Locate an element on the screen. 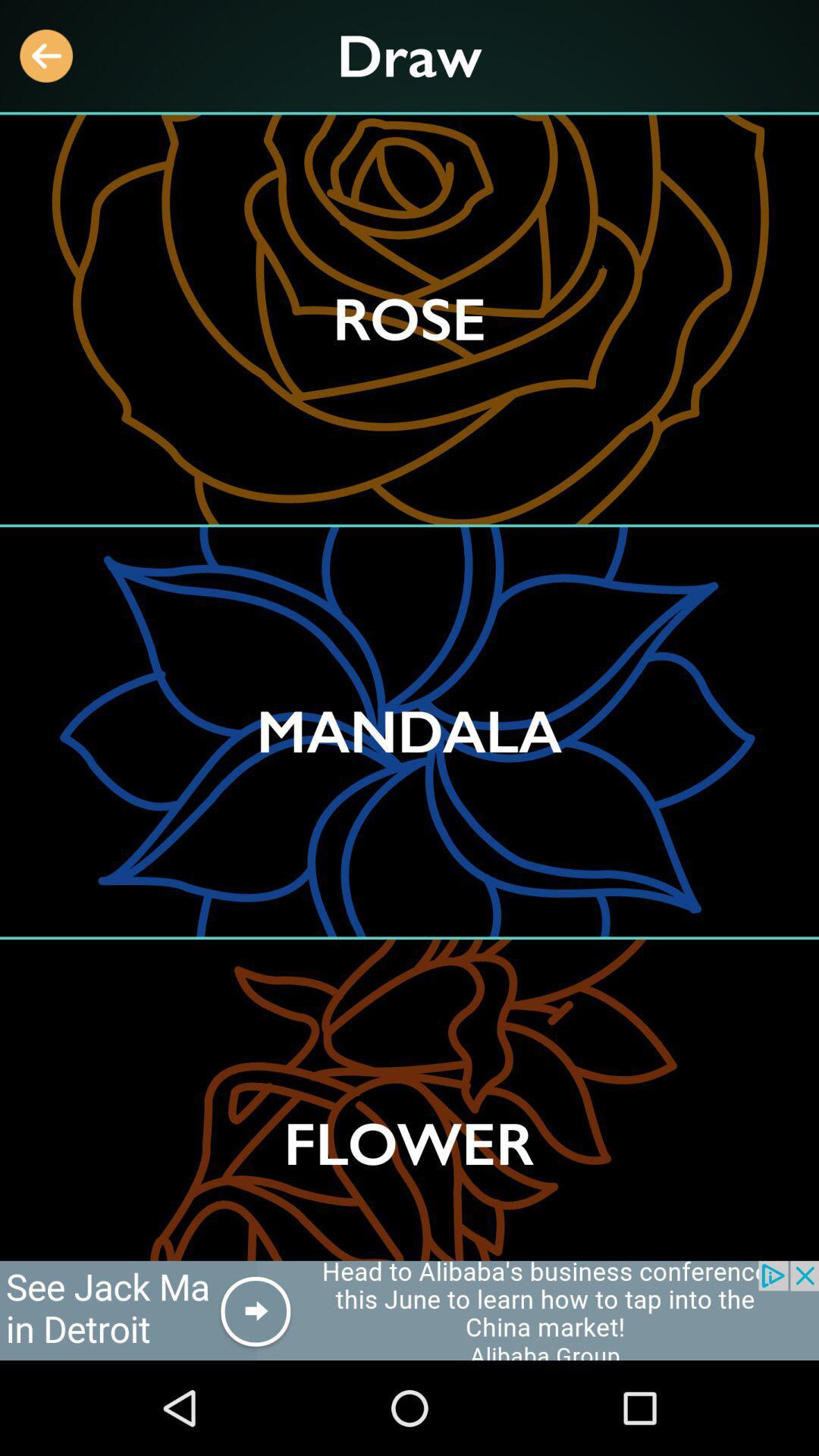 The image size is (819, 1456). the arrow_backward icon is located at coordinates (45, 55).